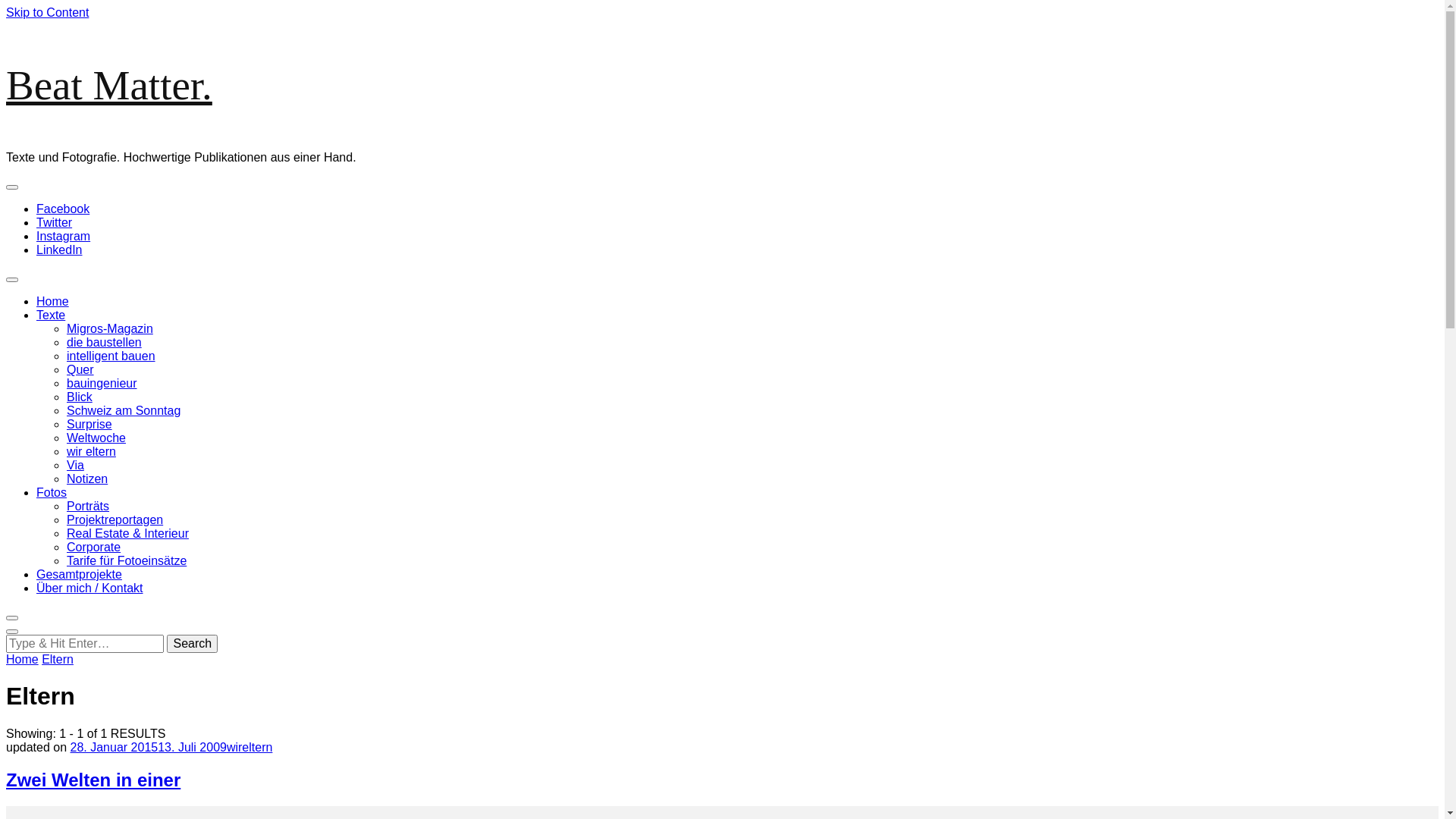 The image size is (1456, 819). Describe the element at coordinates (69, 746) in the screenshot. I see `'28. Januar 201513. Juli 2009'` at that location.